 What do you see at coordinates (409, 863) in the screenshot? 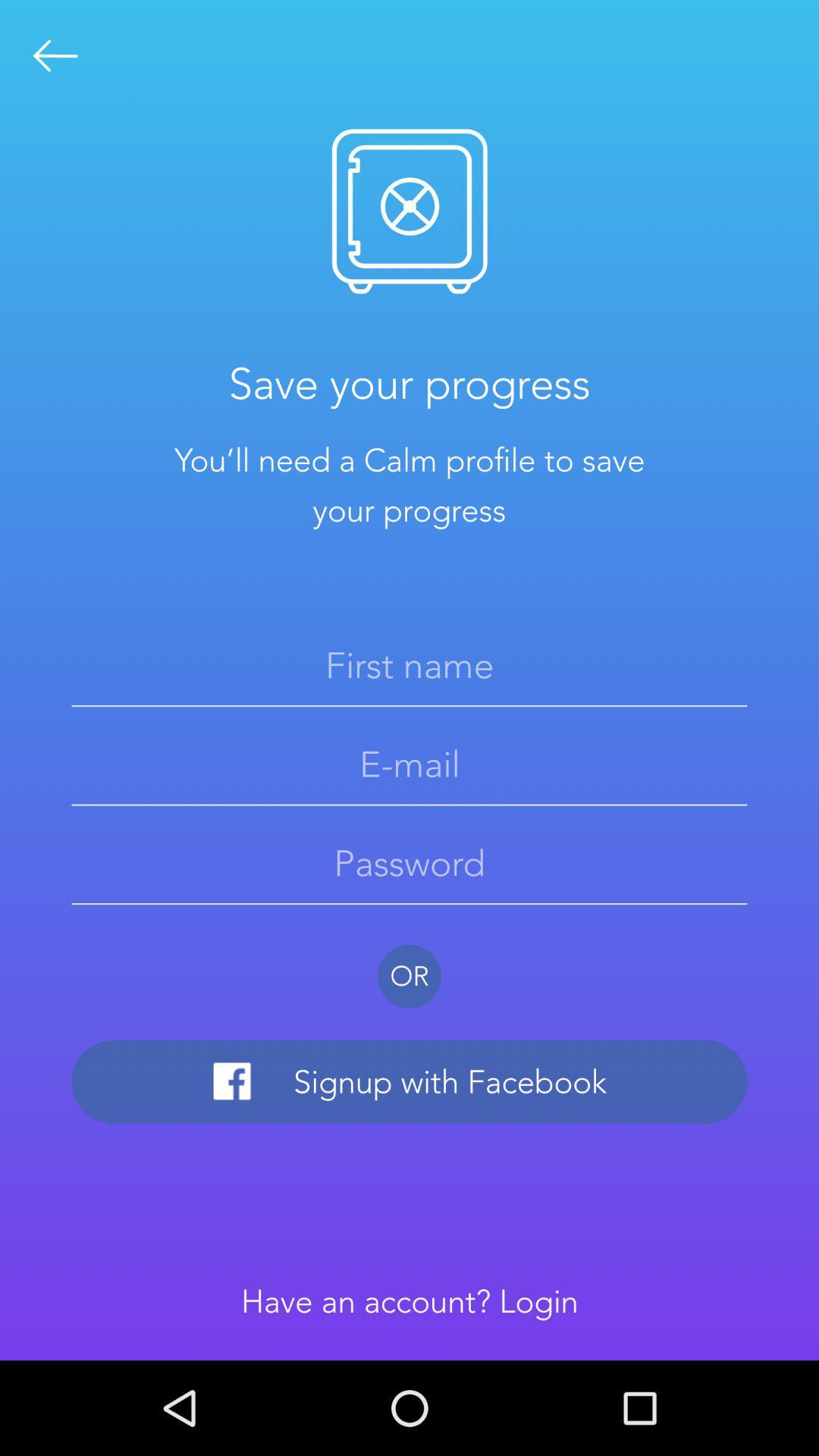
I see `set a password` at bounding box center [409, 863].